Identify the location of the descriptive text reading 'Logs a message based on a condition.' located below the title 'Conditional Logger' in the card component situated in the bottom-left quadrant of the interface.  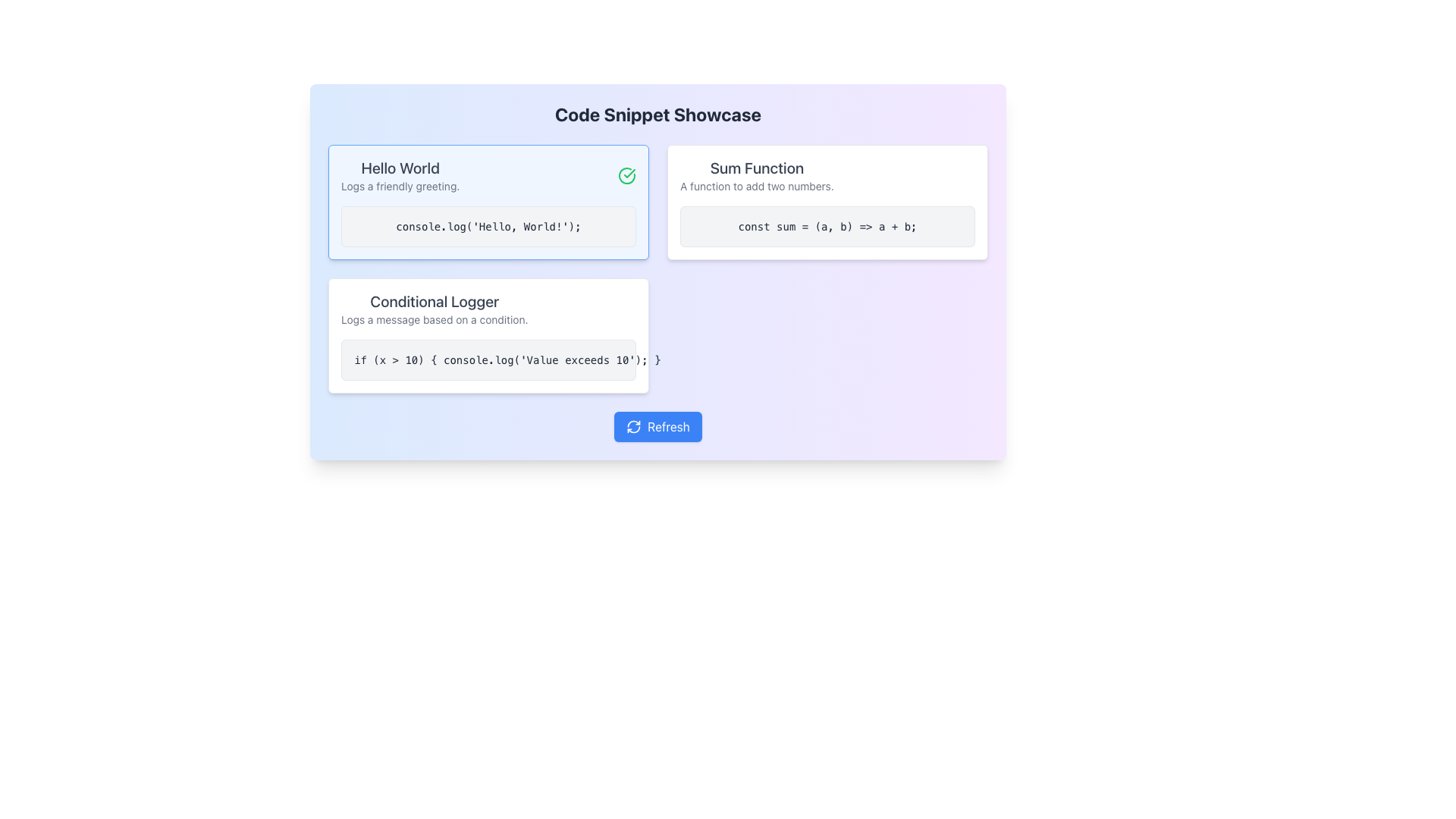
(434, 318).